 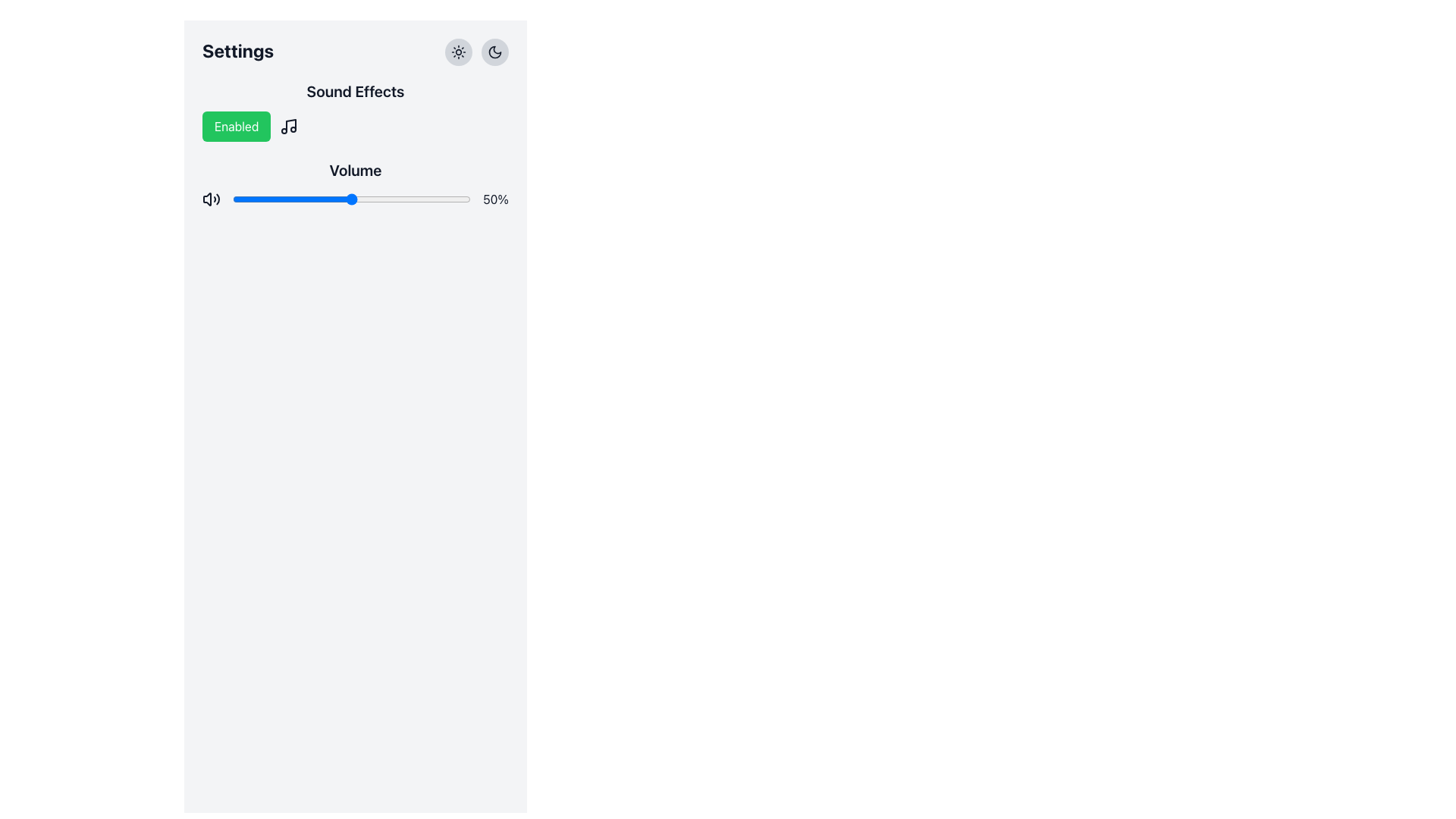 I want to click on the slider, so click(x=444, y=198).